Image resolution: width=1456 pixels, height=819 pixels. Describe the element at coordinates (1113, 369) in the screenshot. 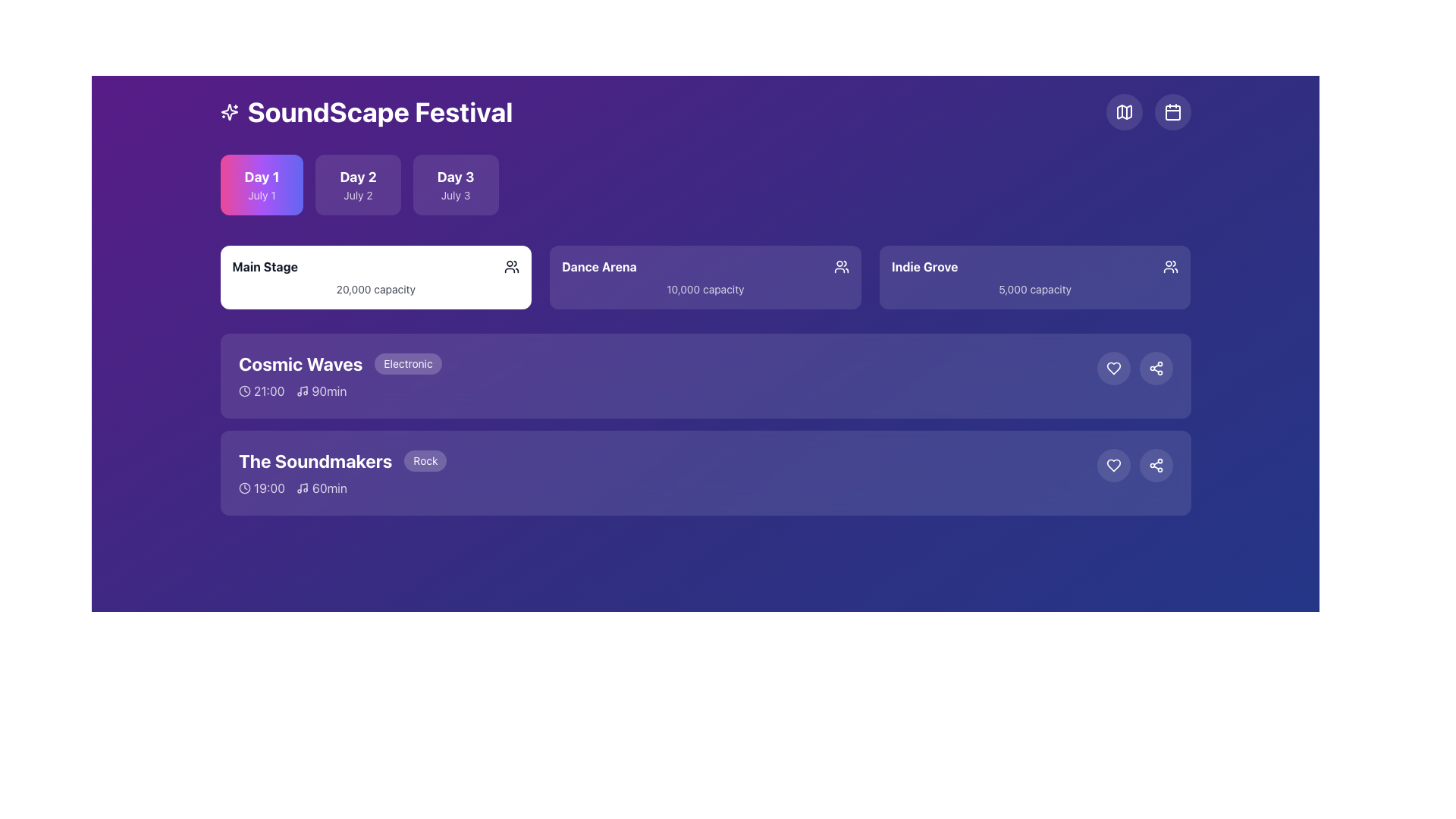

I see `the 'like' button located in the horizontal row of icons on the right side of the 'Cosmic Waves' event card, which is the first circular icon to the left of the share button` at that location.